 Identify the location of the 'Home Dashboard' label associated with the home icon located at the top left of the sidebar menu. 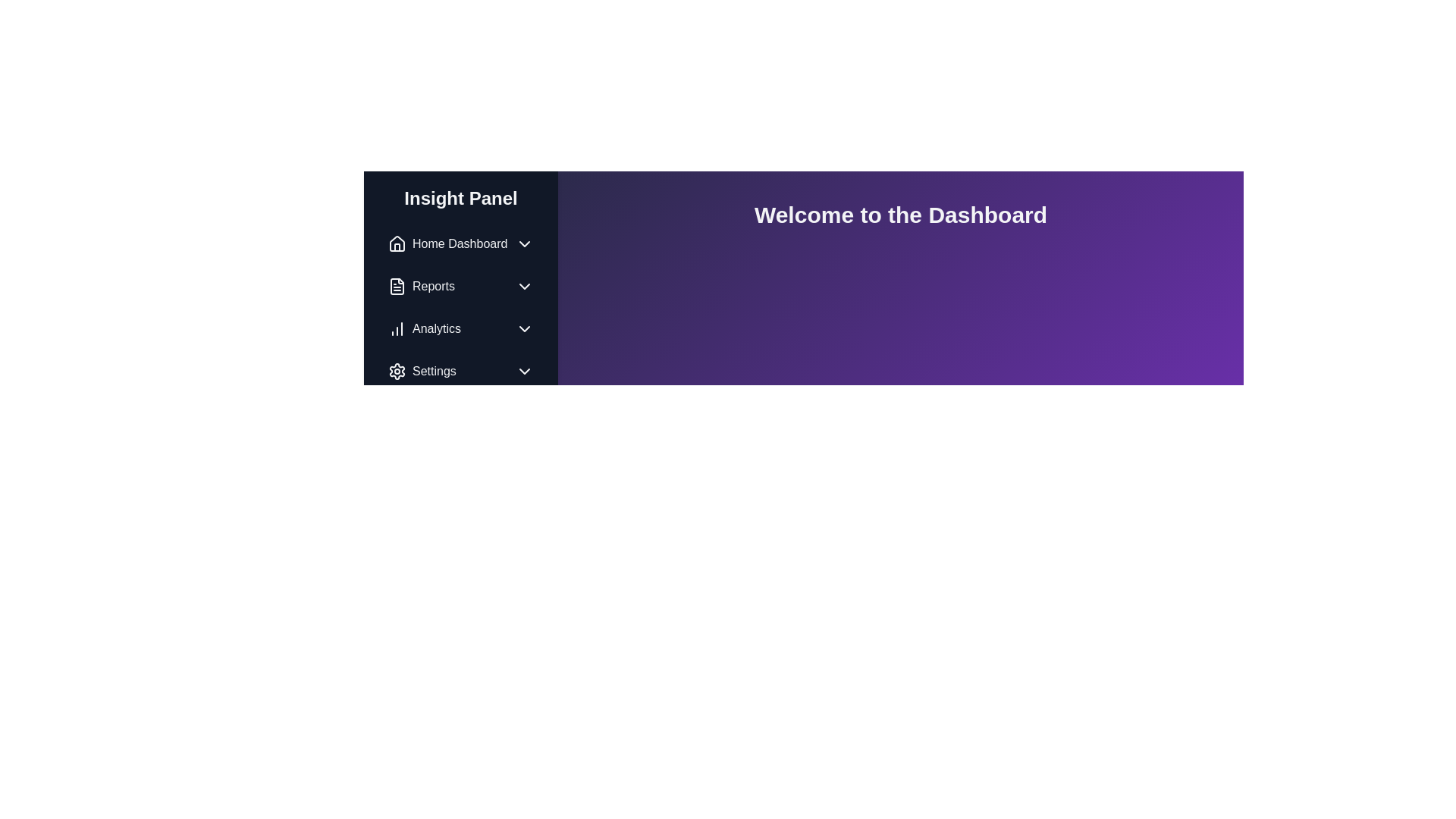
(397, 242).